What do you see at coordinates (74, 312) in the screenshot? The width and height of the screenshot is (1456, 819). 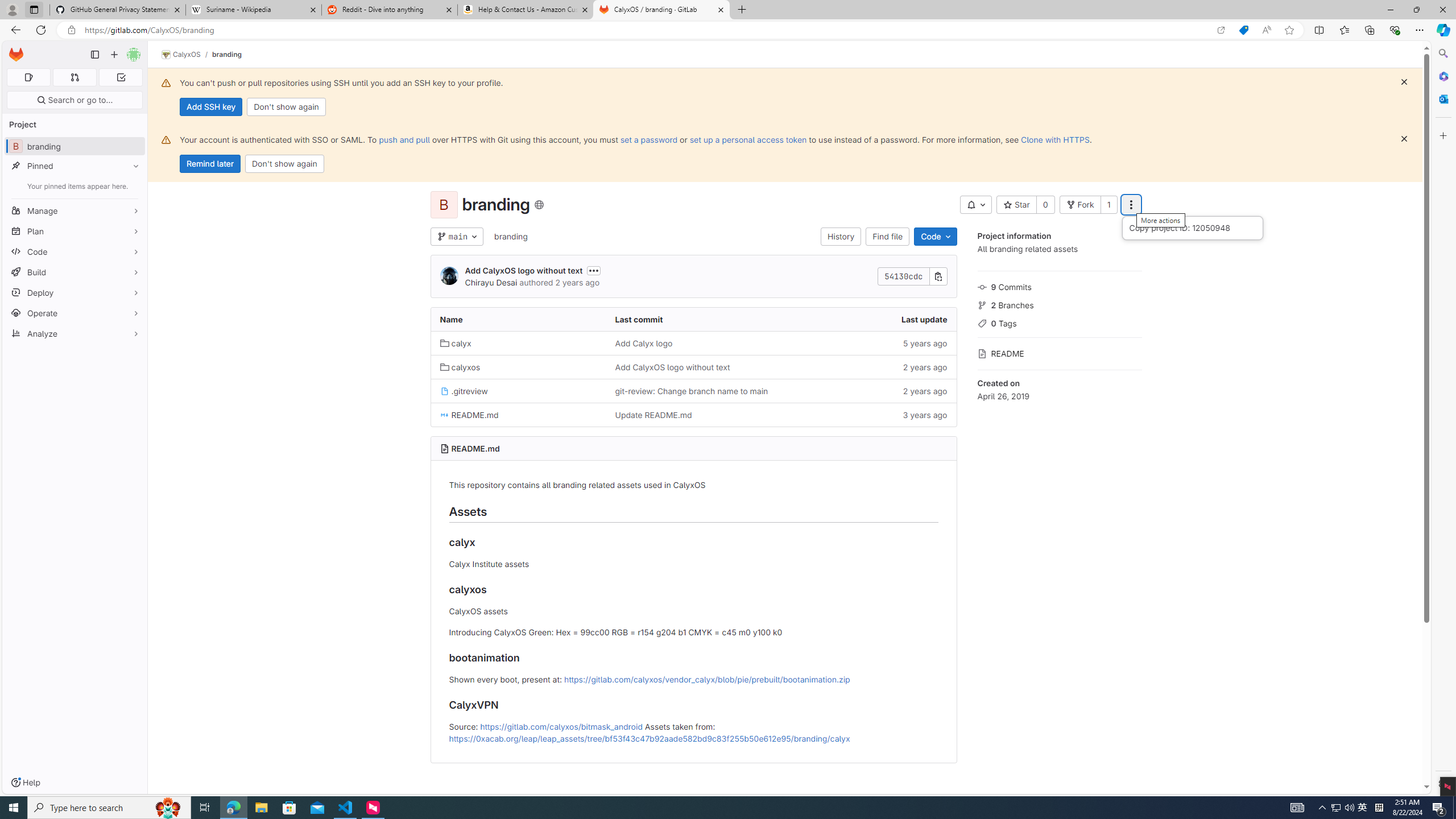 I see `'Operate'` at bounding box center [74, 312].